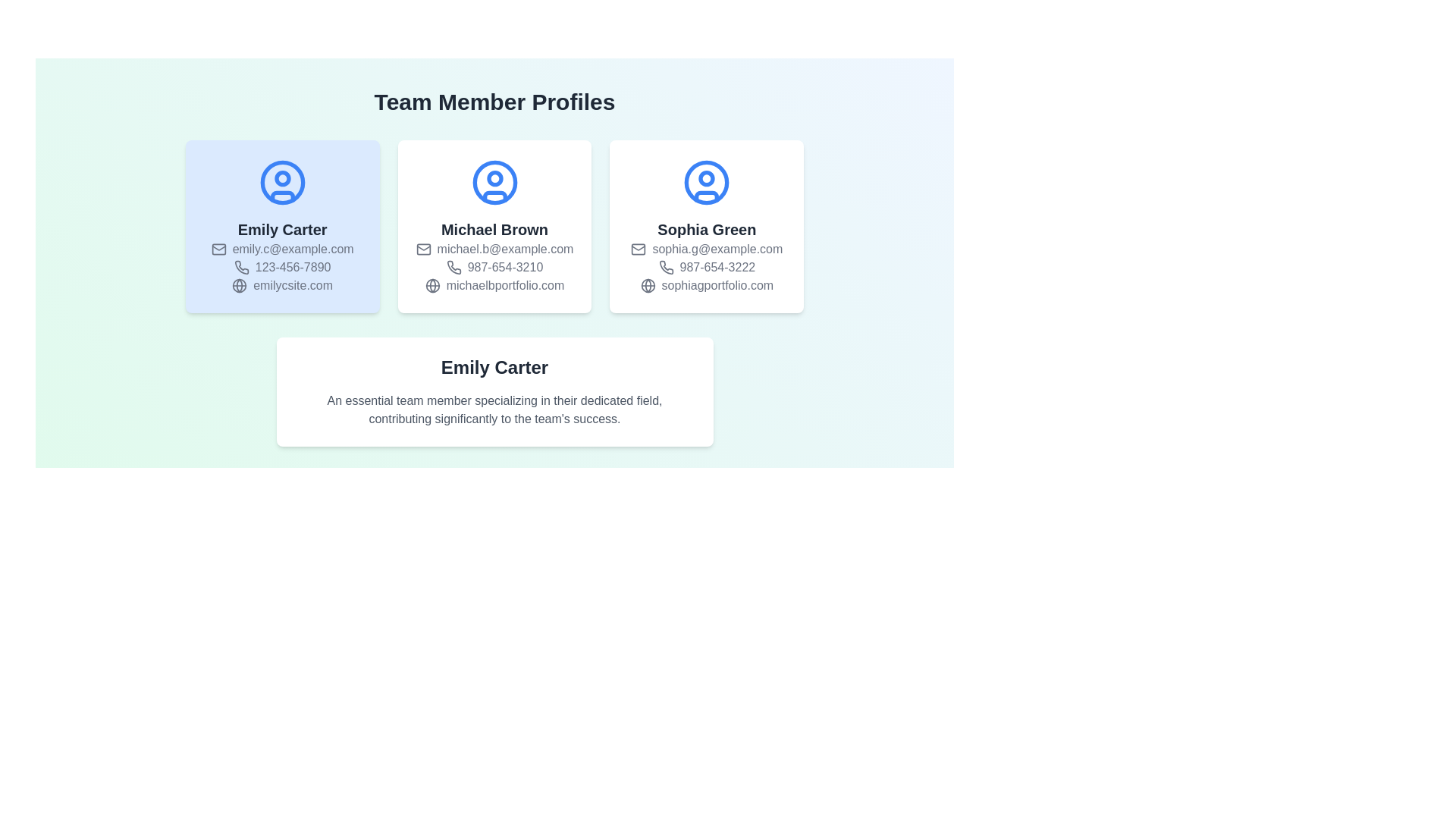 The image size is (1456, 819). What do you see at coordinates (423, 248) in the screenshot?
I see `the icon that visually indicates the email address field, located to the left of the email address 'michael.b@example.com' in the second profile card for 'Michael Brown'` at bounding box center [423, 248].